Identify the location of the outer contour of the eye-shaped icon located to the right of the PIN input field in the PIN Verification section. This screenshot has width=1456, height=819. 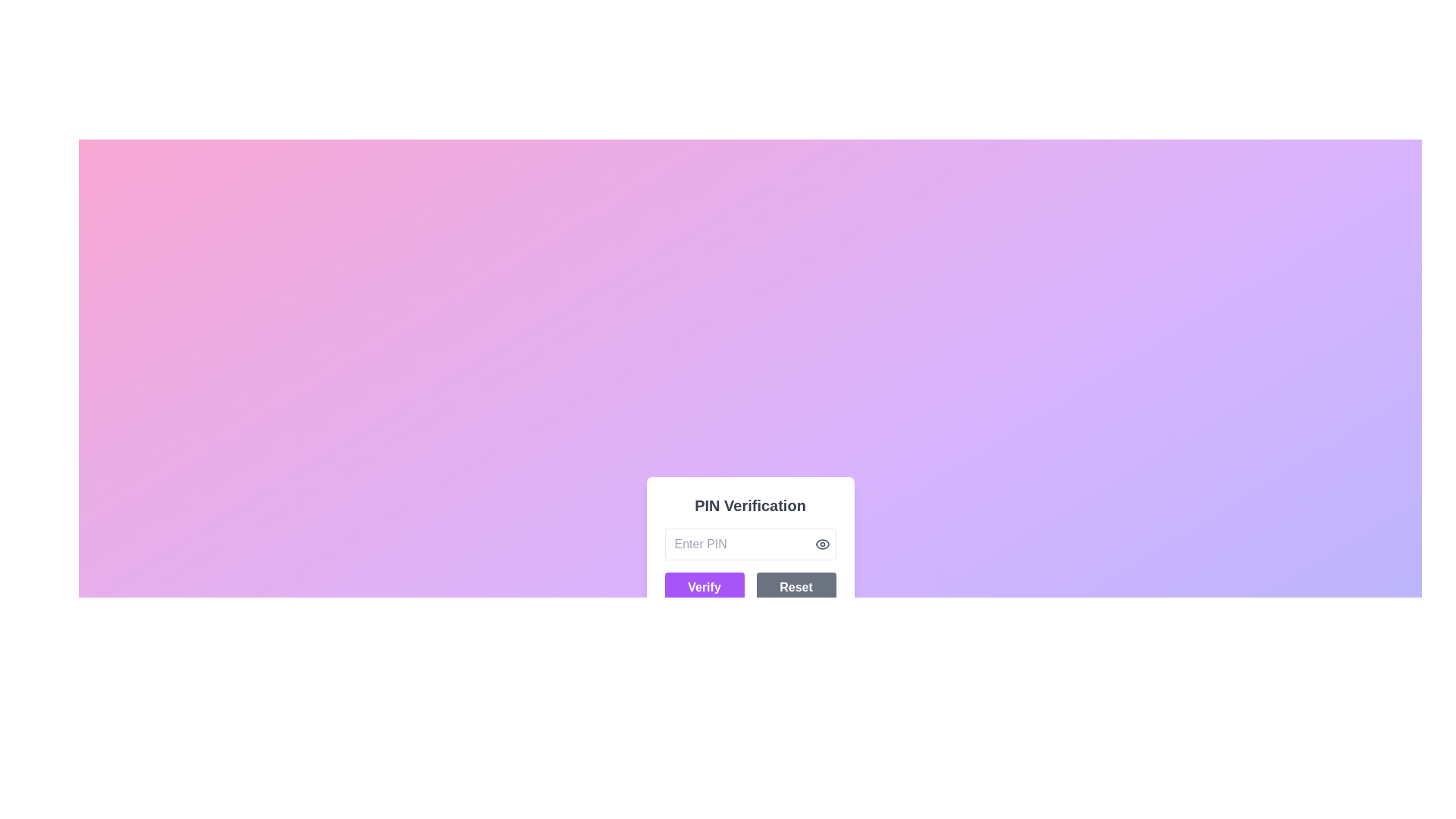
(821, 543).